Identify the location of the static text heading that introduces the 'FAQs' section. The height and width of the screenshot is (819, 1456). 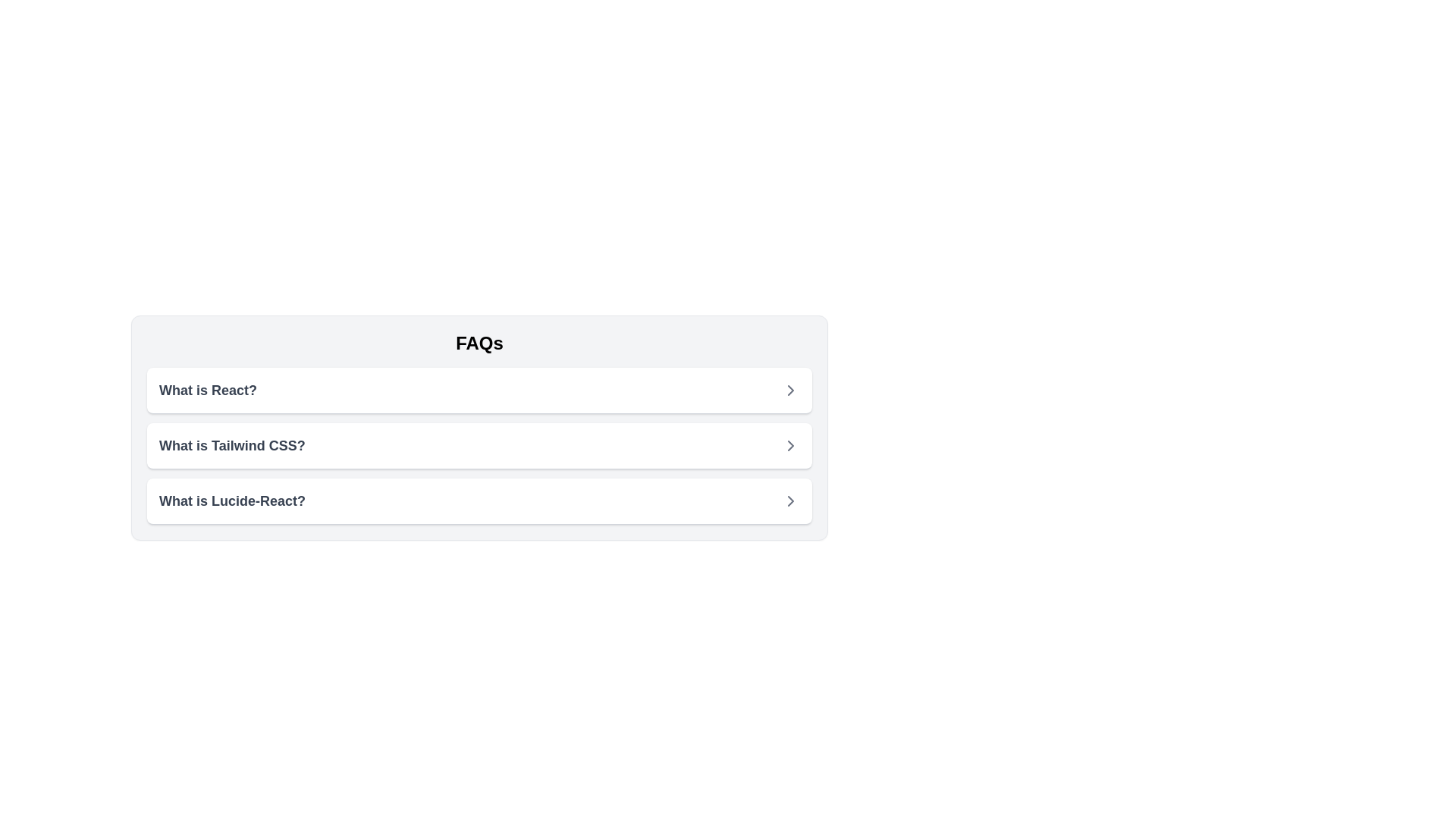
(479, 343).